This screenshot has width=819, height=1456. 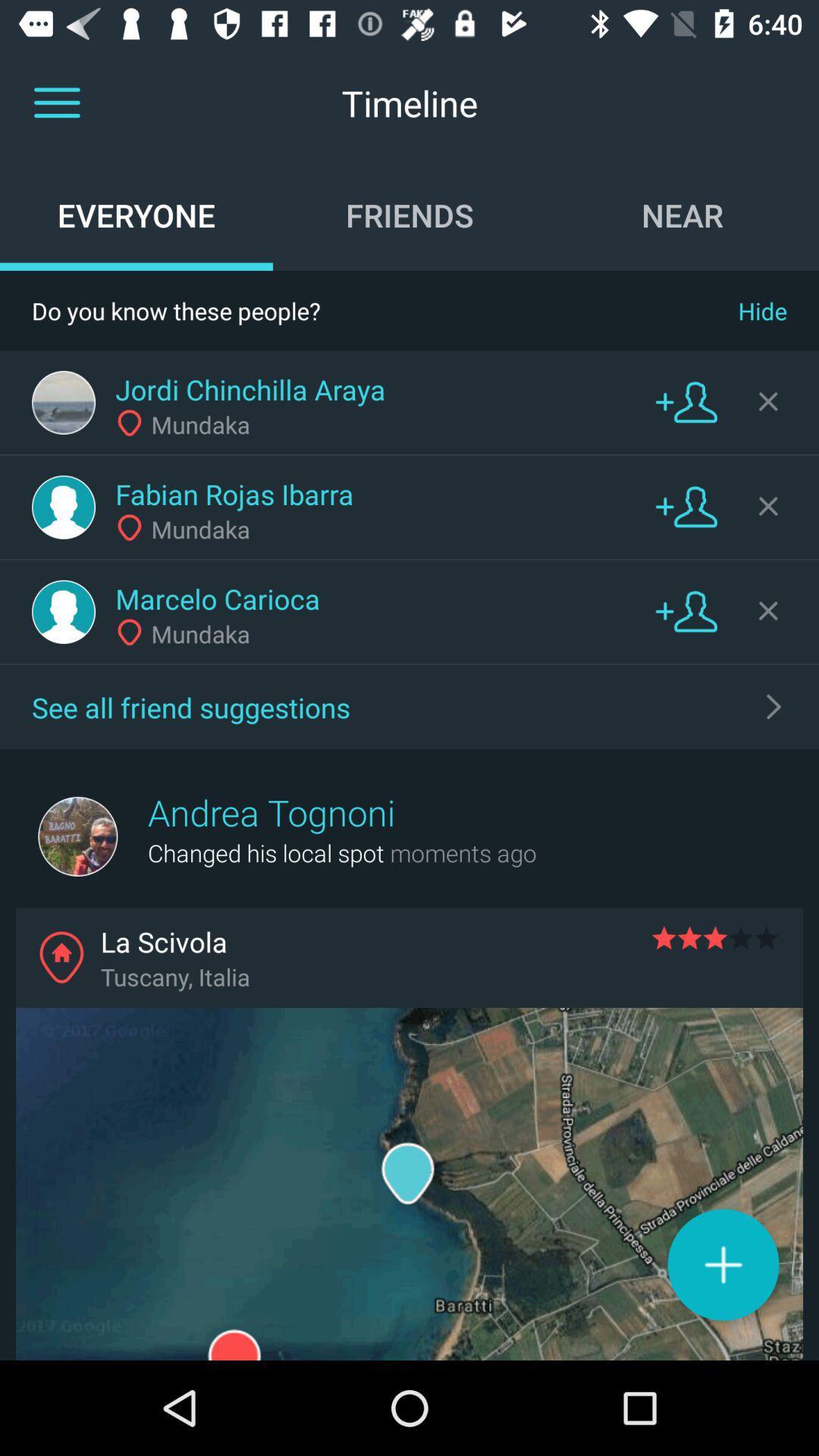 I want to click on see all friend suggestions, so click(x=774, y=705).